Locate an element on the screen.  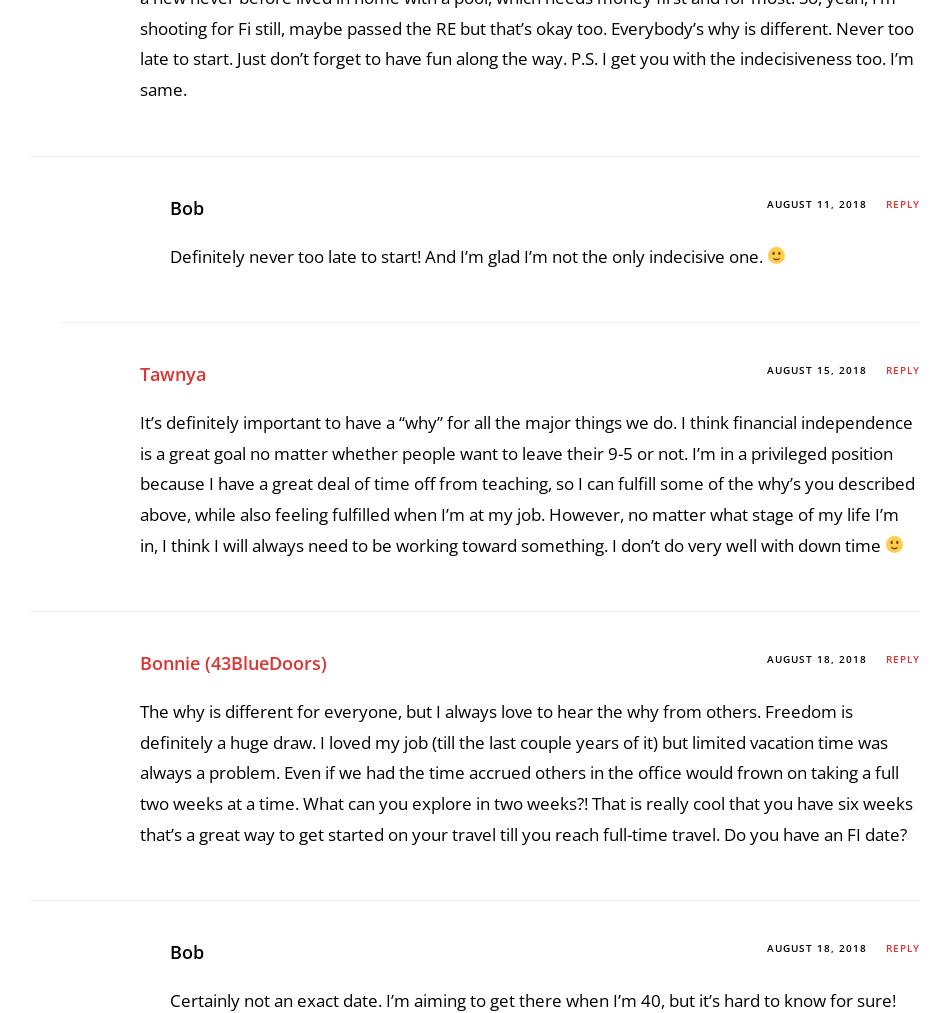
'Daisy' is located at coordinates (163, 479).